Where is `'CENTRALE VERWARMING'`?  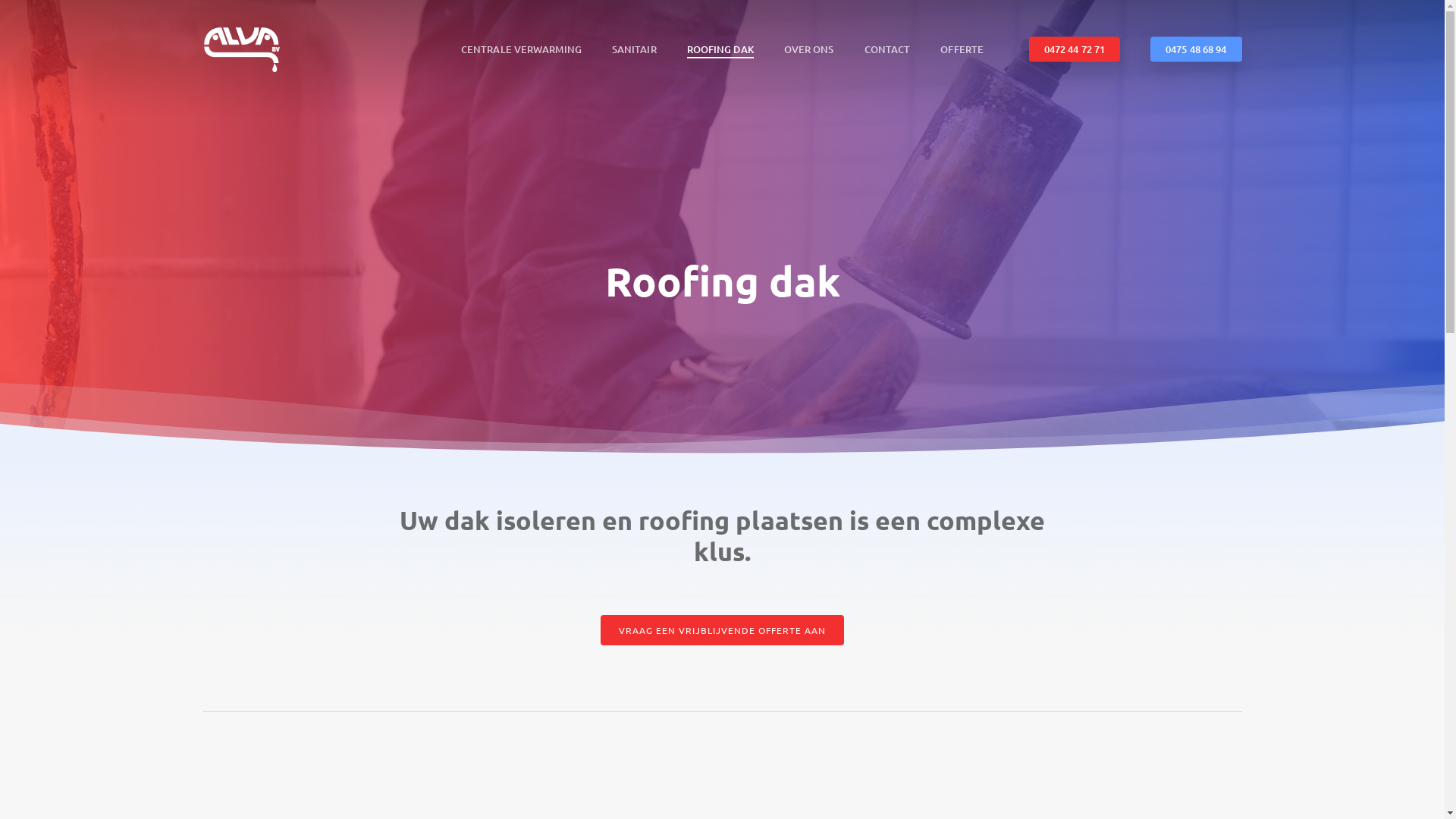 'CENTRALE VERWARMING' is located at coordinates (460, 48).